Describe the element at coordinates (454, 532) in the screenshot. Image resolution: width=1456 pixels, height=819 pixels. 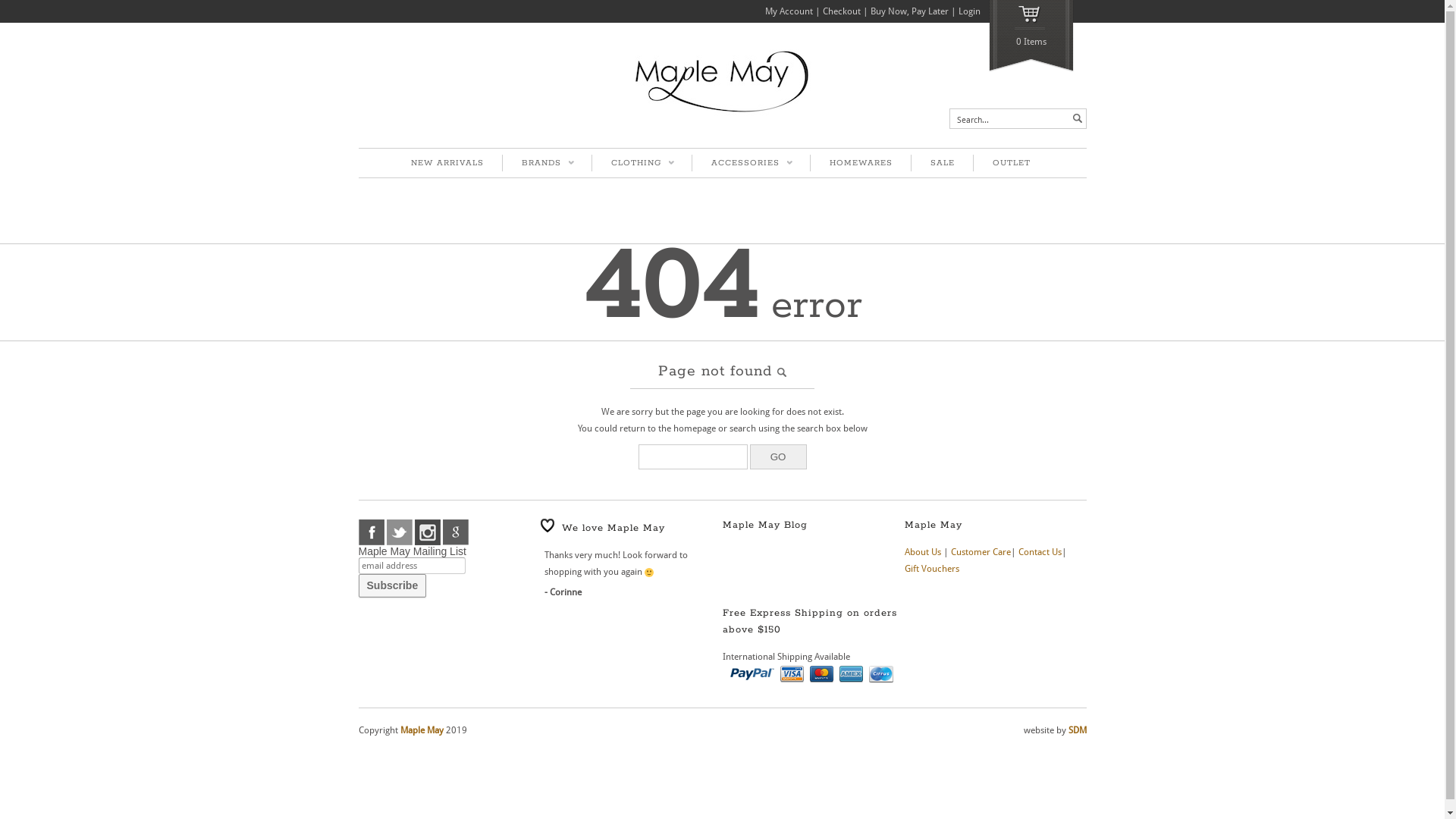
I see `'google'` at that location.